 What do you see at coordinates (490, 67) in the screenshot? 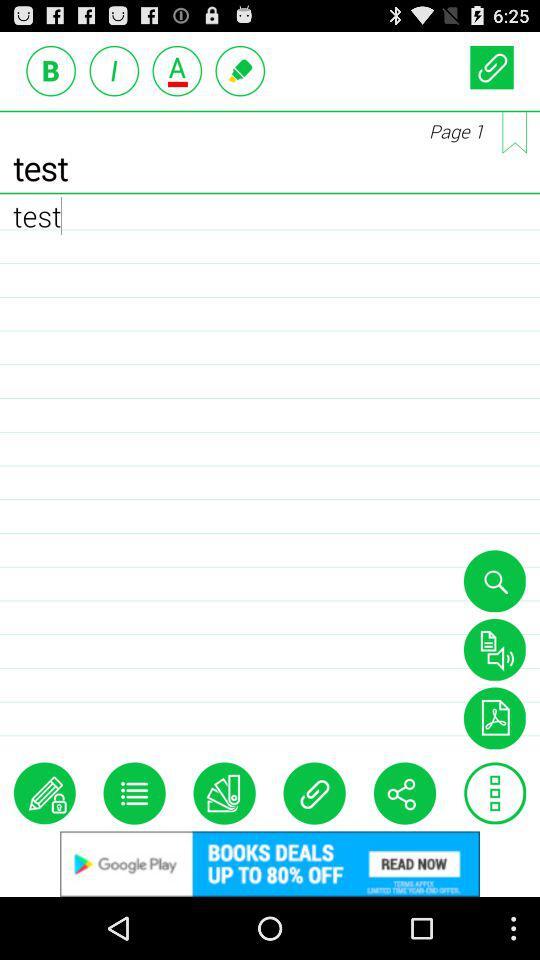
I see `short link` at bounding box center [490, 67].